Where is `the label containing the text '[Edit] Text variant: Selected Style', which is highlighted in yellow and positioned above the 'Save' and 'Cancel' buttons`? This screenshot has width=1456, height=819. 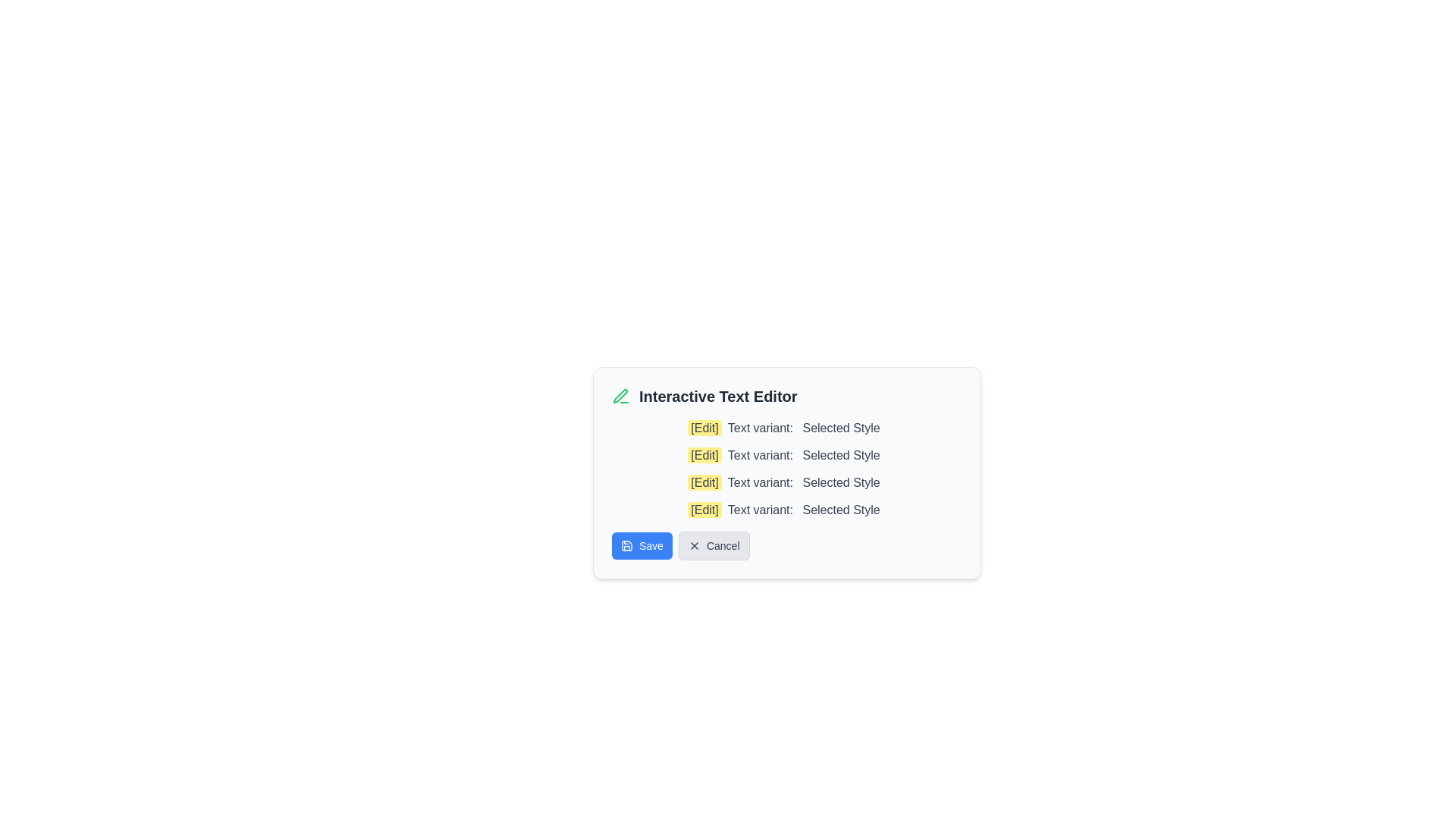 the label containing the text '[Edit] Text variant: Selected Style', which is highlighted in yellow and positioned above the 'Save' and 'Cancel' buttons is located at coordinates (786, 510).